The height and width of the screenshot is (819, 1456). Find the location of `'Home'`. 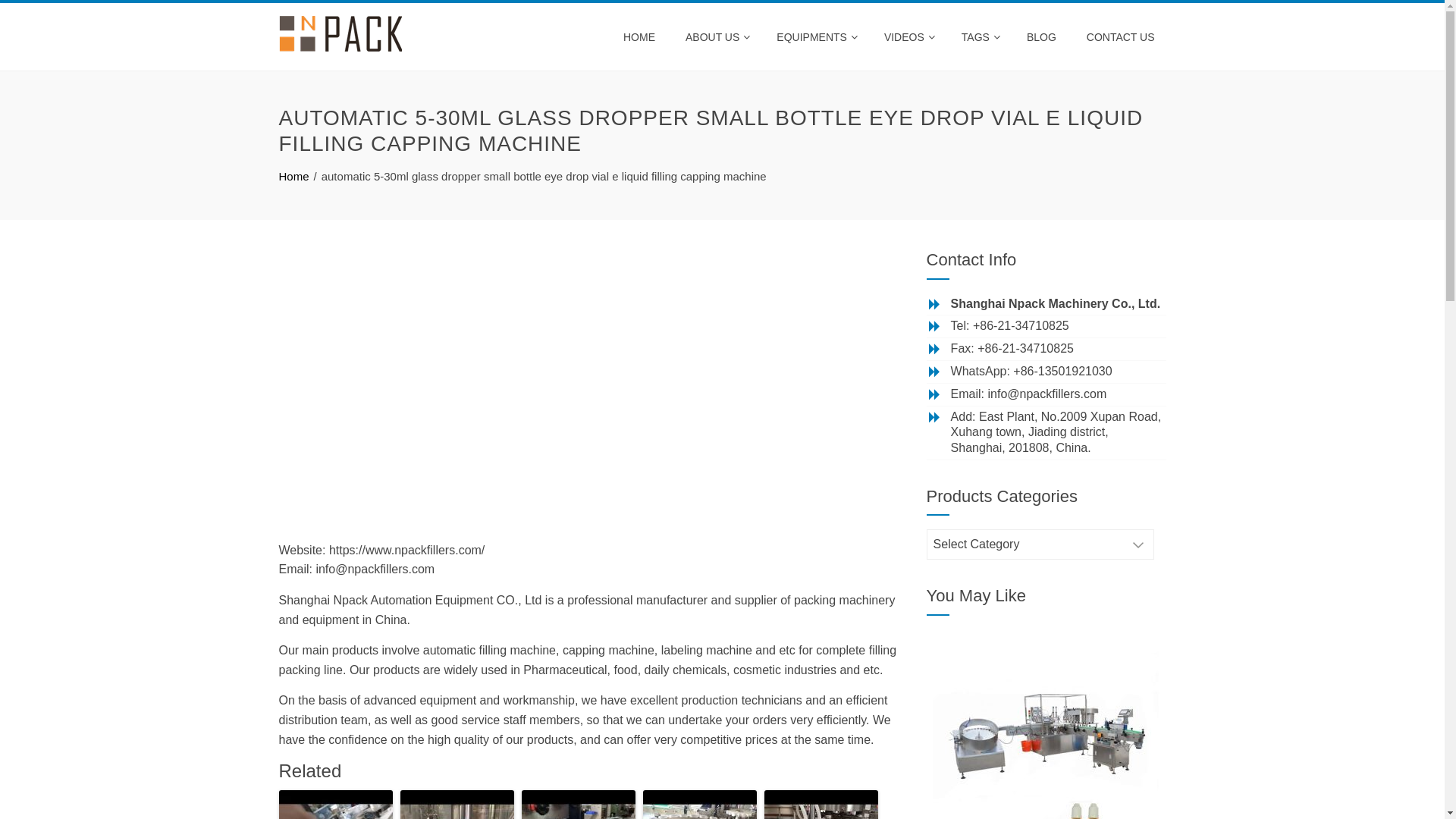

'Home' is located at coordinates (294, 175).